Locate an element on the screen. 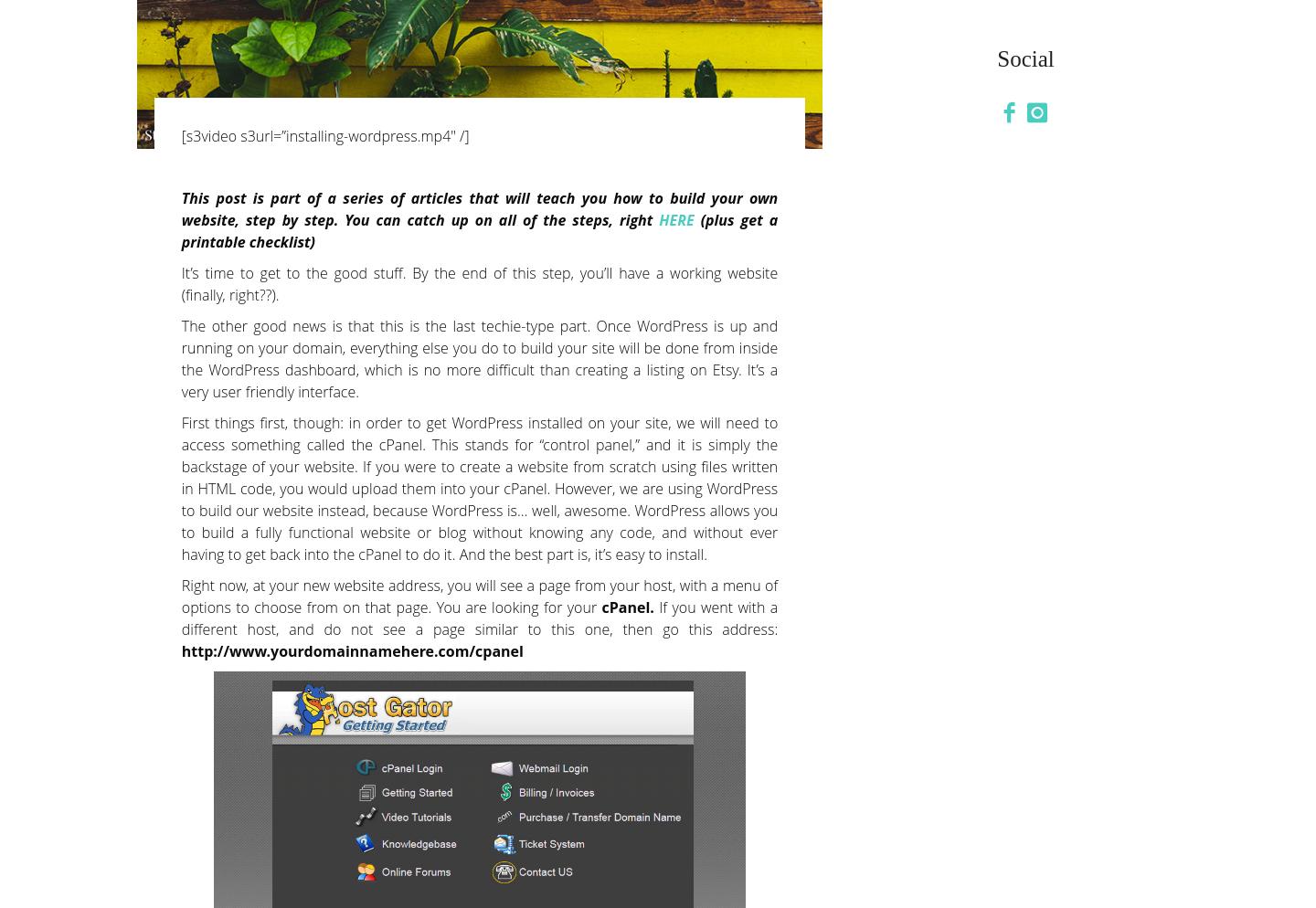  'HERE' is located at coordinates (658, 220).